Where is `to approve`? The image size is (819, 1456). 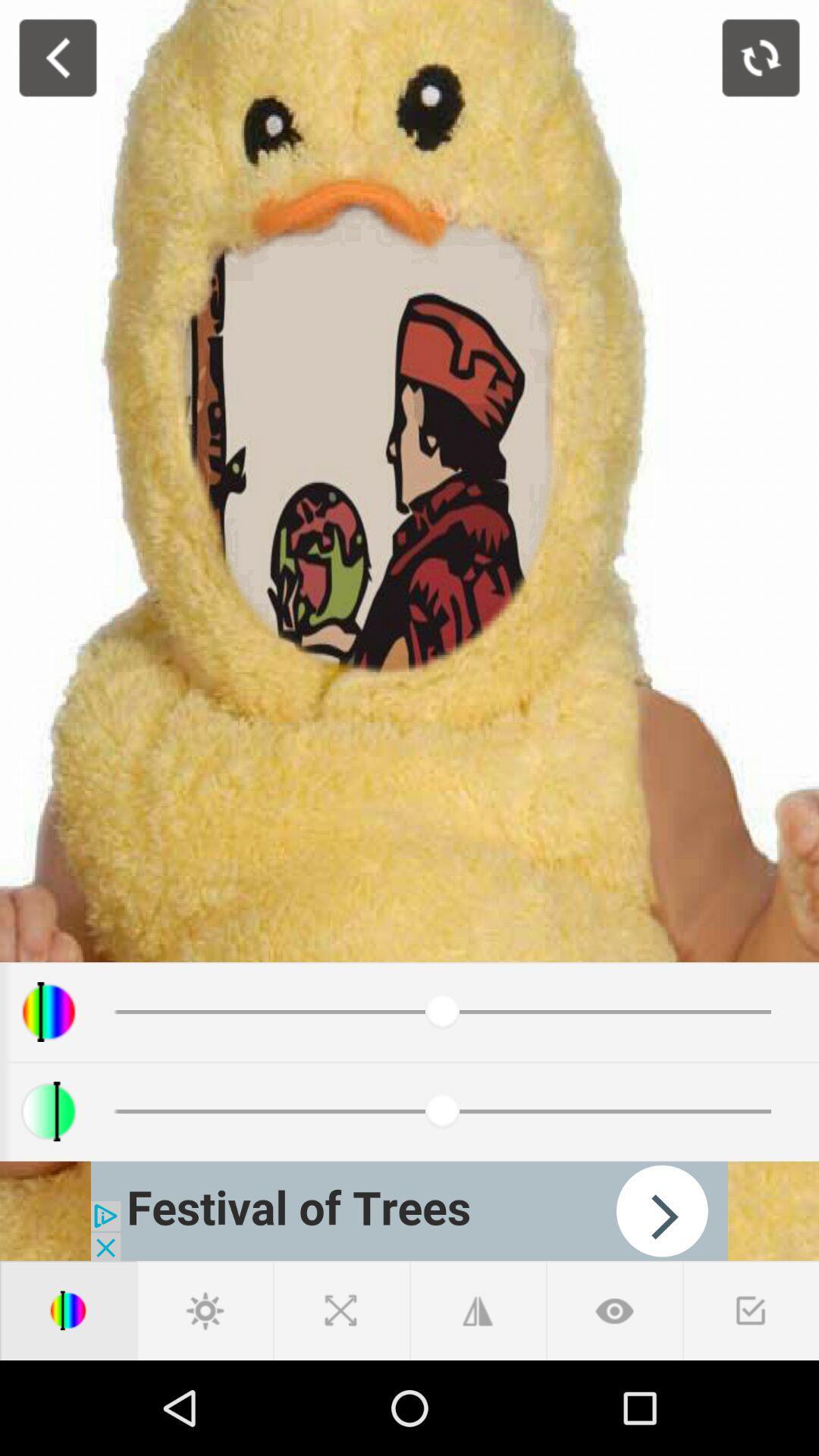
to approve is located at coordinates (751, 1310).